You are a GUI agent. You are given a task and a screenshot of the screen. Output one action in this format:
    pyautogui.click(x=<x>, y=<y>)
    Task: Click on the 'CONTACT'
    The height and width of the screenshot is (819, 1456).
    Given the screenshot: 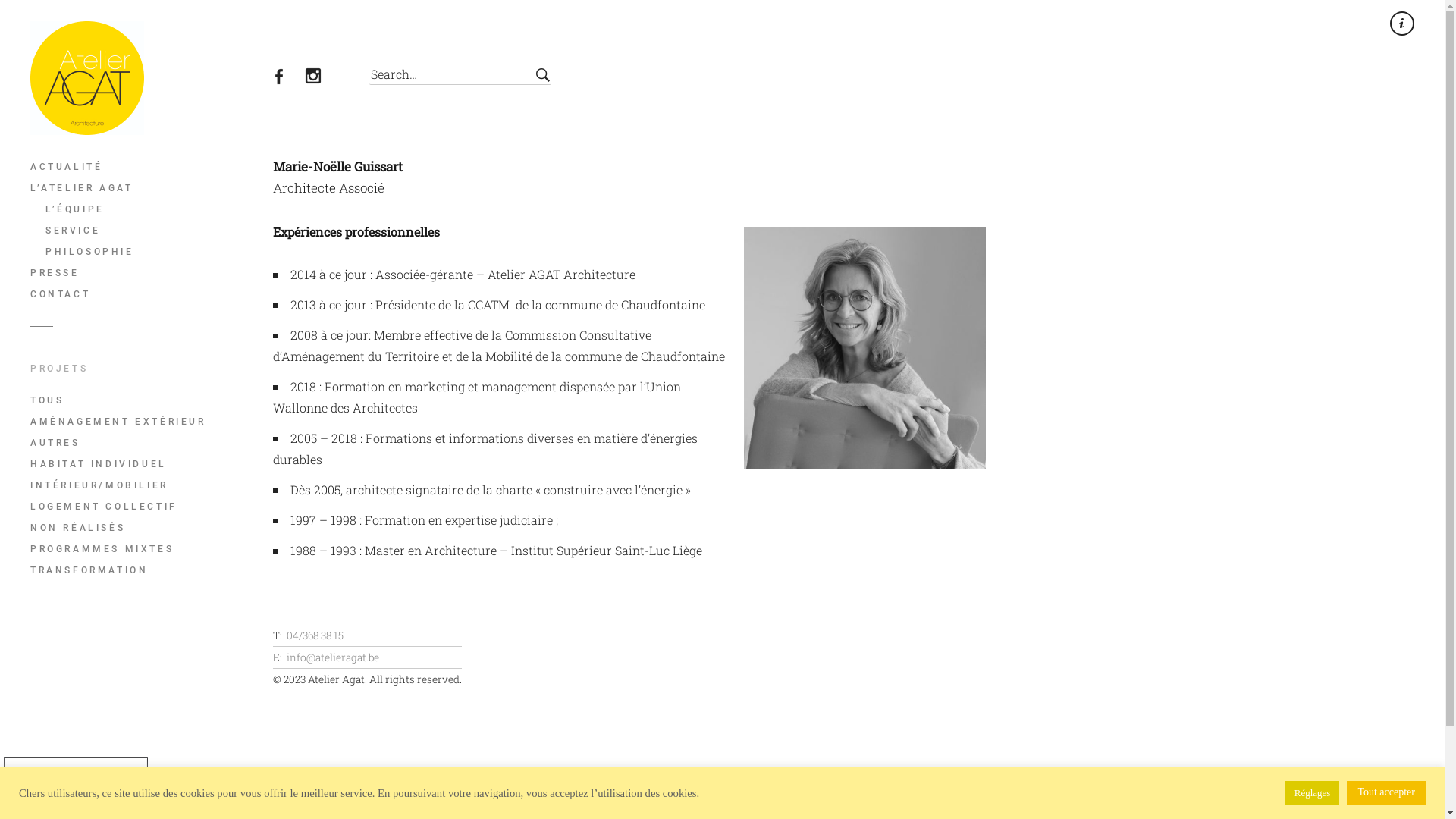 What is the action you would take?
    pyautogui.click(x=30, y=294)
    